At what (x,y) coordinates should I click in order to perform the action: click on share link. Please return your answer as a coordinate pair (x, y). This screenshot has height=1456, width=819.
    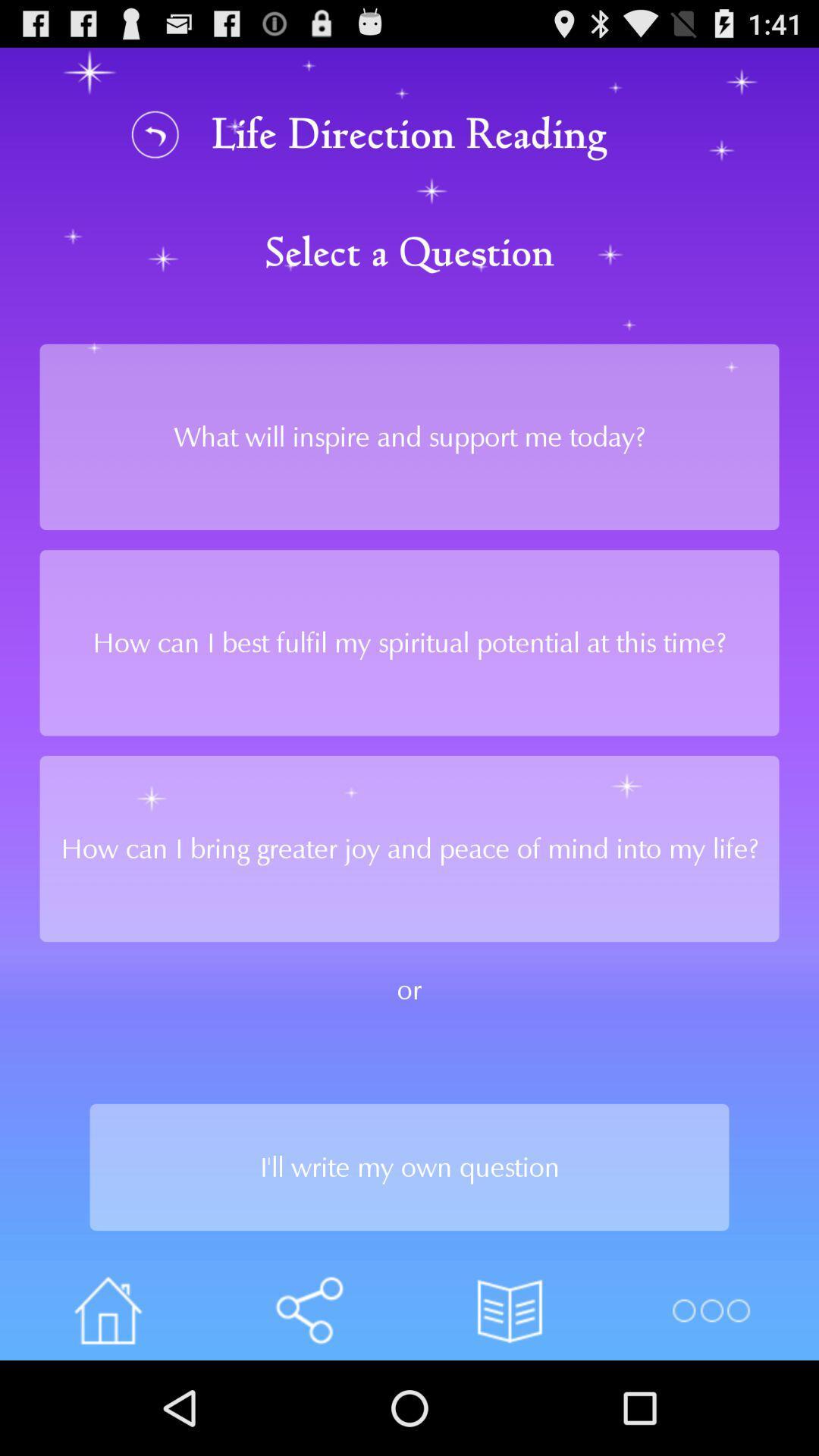
    Looking at the image, I should click on (308, 1310).